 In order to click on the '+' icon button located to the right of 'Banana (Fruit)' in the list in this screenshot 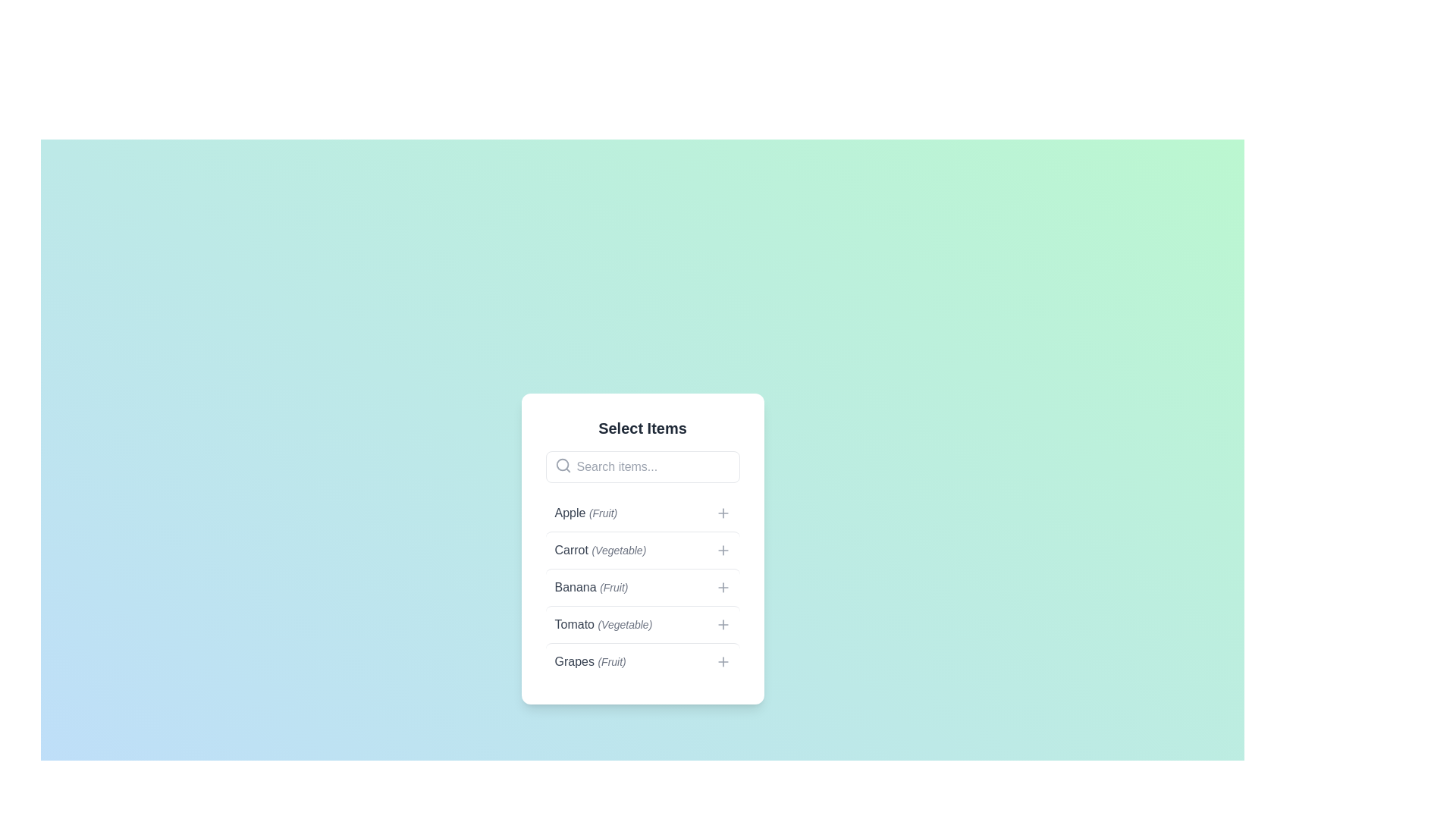, I will do `click(722, 587)`.